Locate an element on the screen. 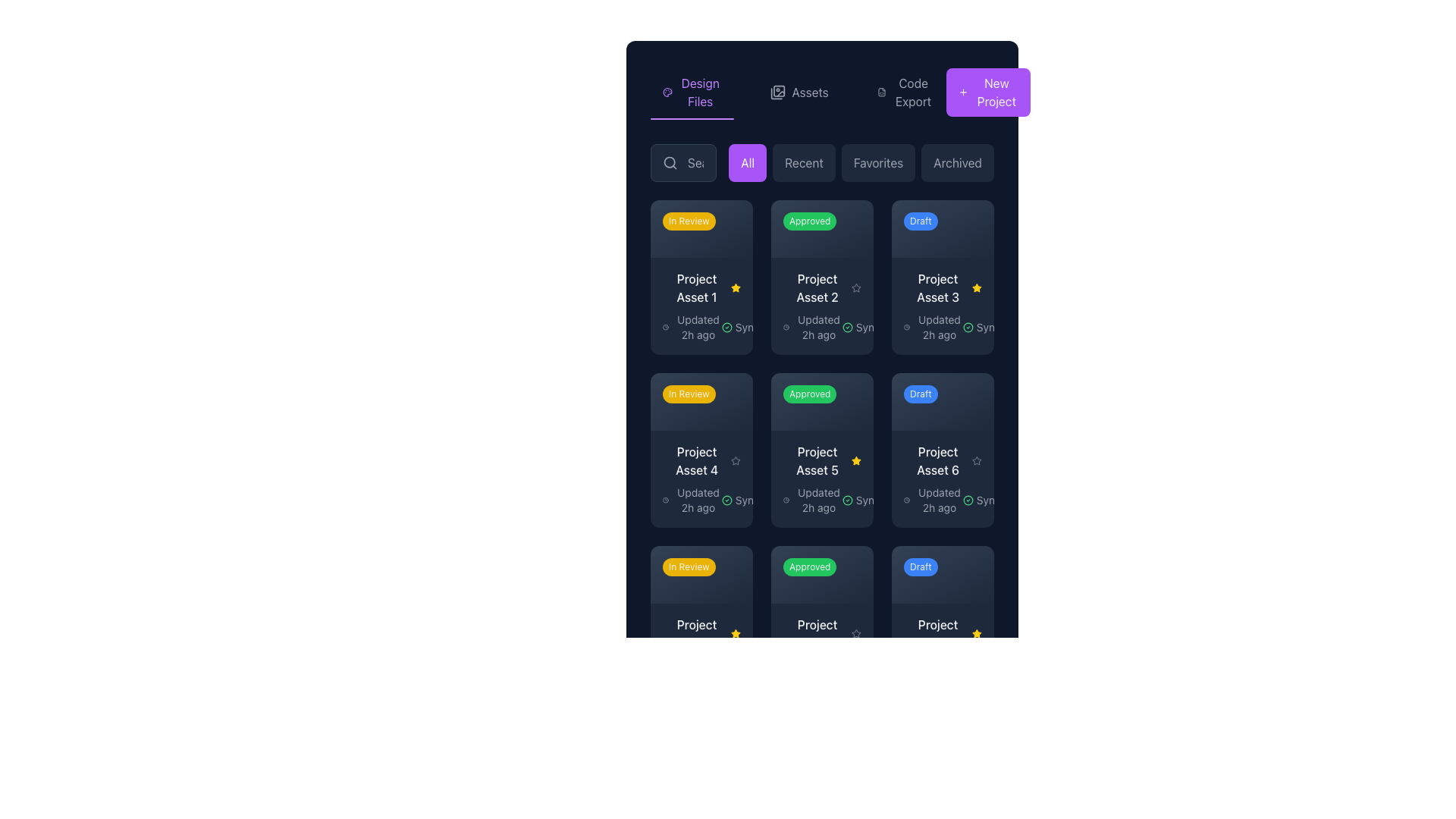  the Status Label displaying 'Approved' with a green background located in the top section of the 'Project Asset 2' card is located at coordinates (821, 228).